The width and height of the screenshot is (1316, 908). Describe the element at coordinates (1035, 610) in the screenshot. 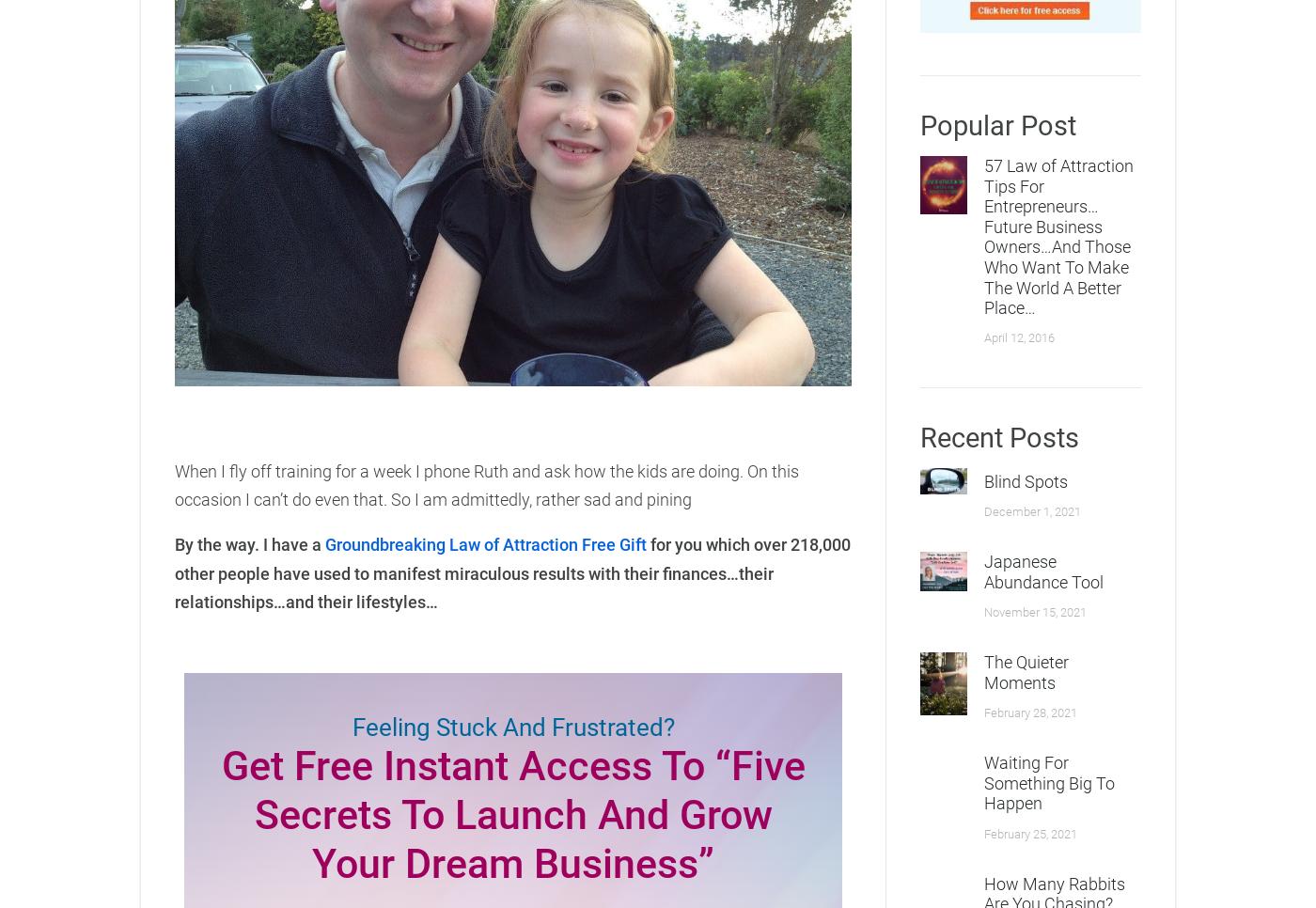

I see `'November 15, 2021'` at that location.